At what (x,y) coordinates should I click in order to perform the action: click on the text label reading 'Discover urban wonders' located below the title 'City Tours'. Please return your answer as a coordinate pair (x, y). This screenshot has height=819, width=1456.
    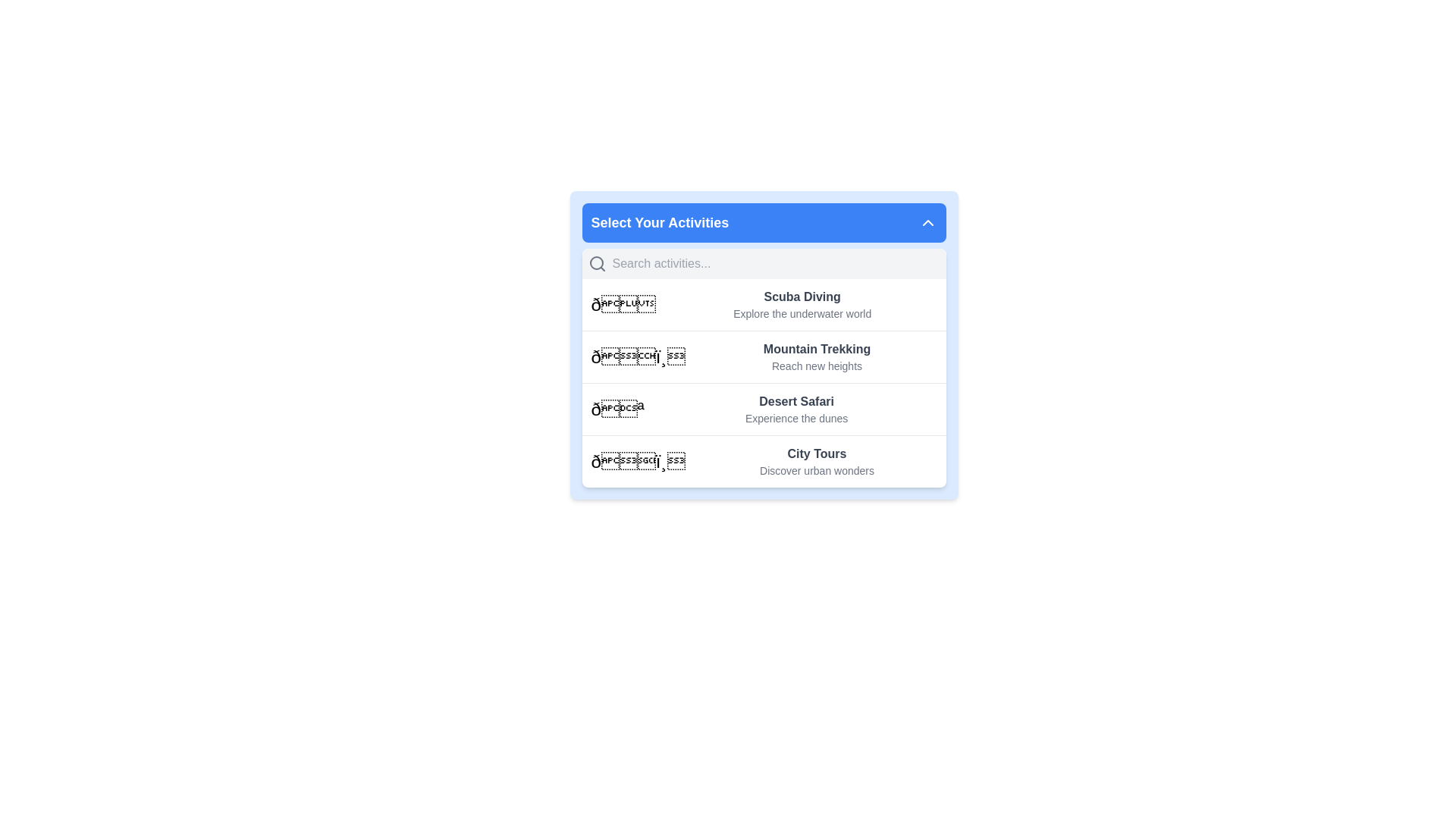
    Looking at the image, I should click on (816, 470).